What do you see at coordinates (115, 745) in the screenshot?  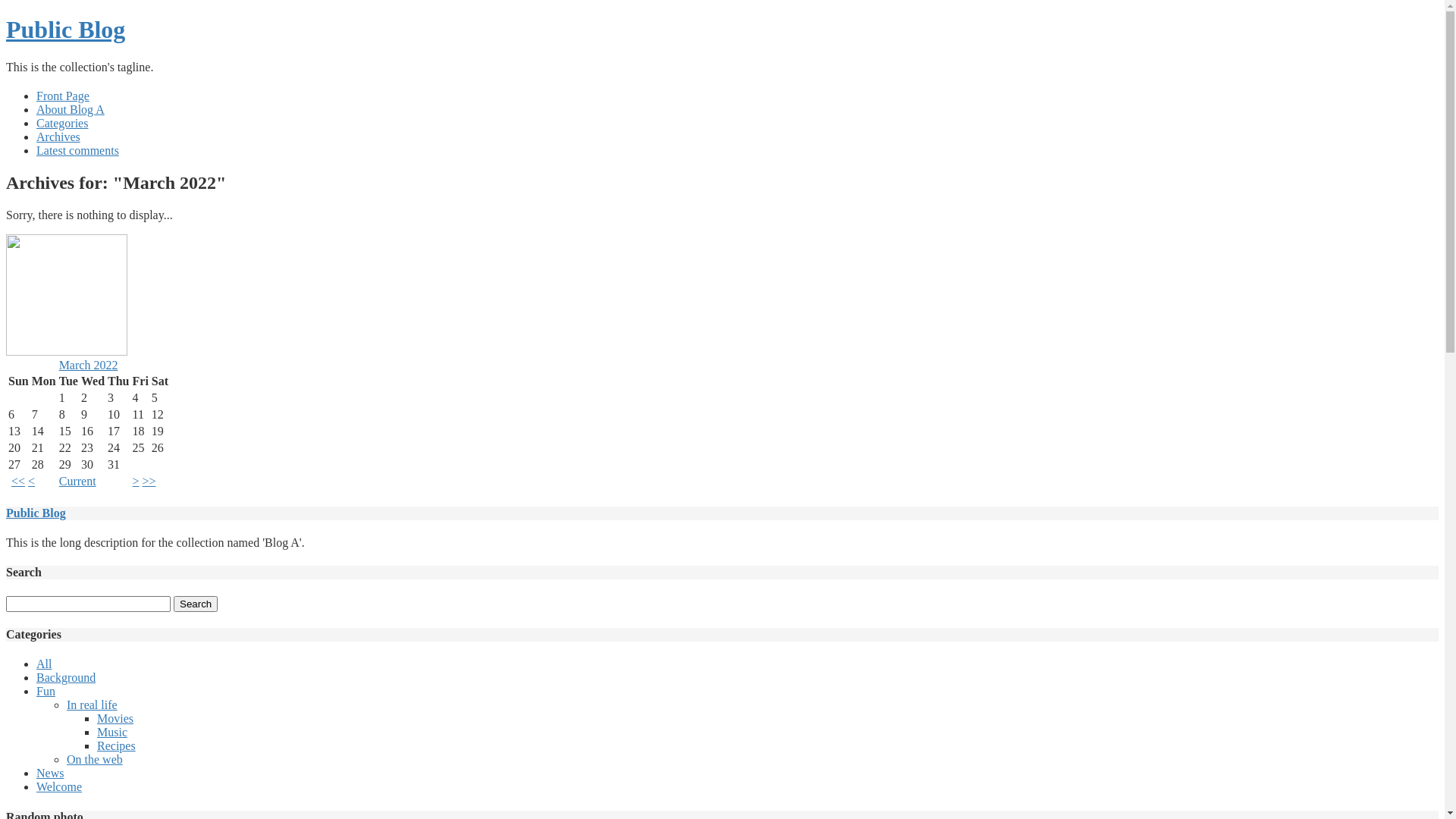 I see `'Recipes'` at bounding box center [115, 745].